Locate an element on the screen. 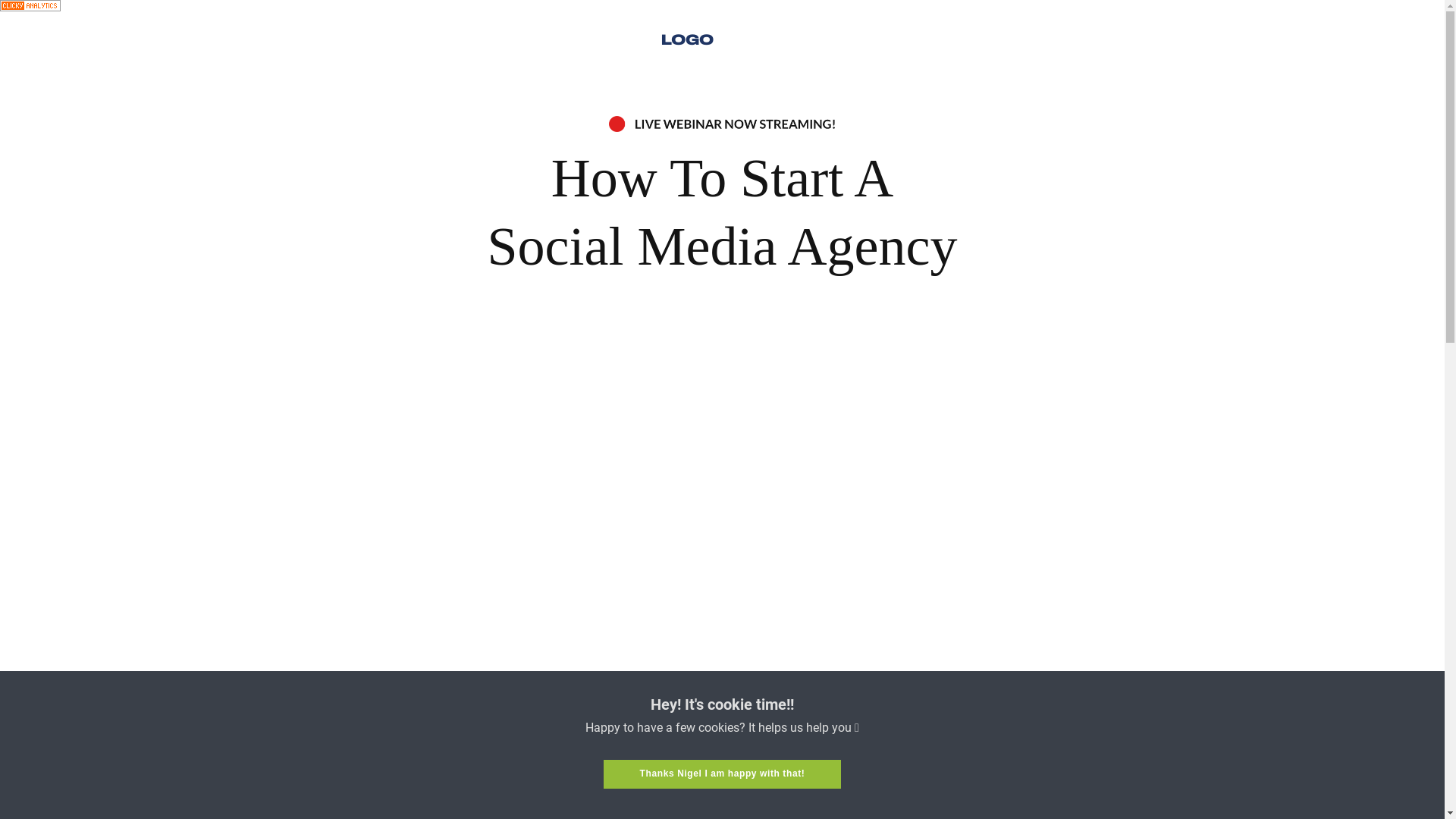 The width and height of the screenshot is (1456, 819). 'Get Started' is located at coordinates (620, 764).